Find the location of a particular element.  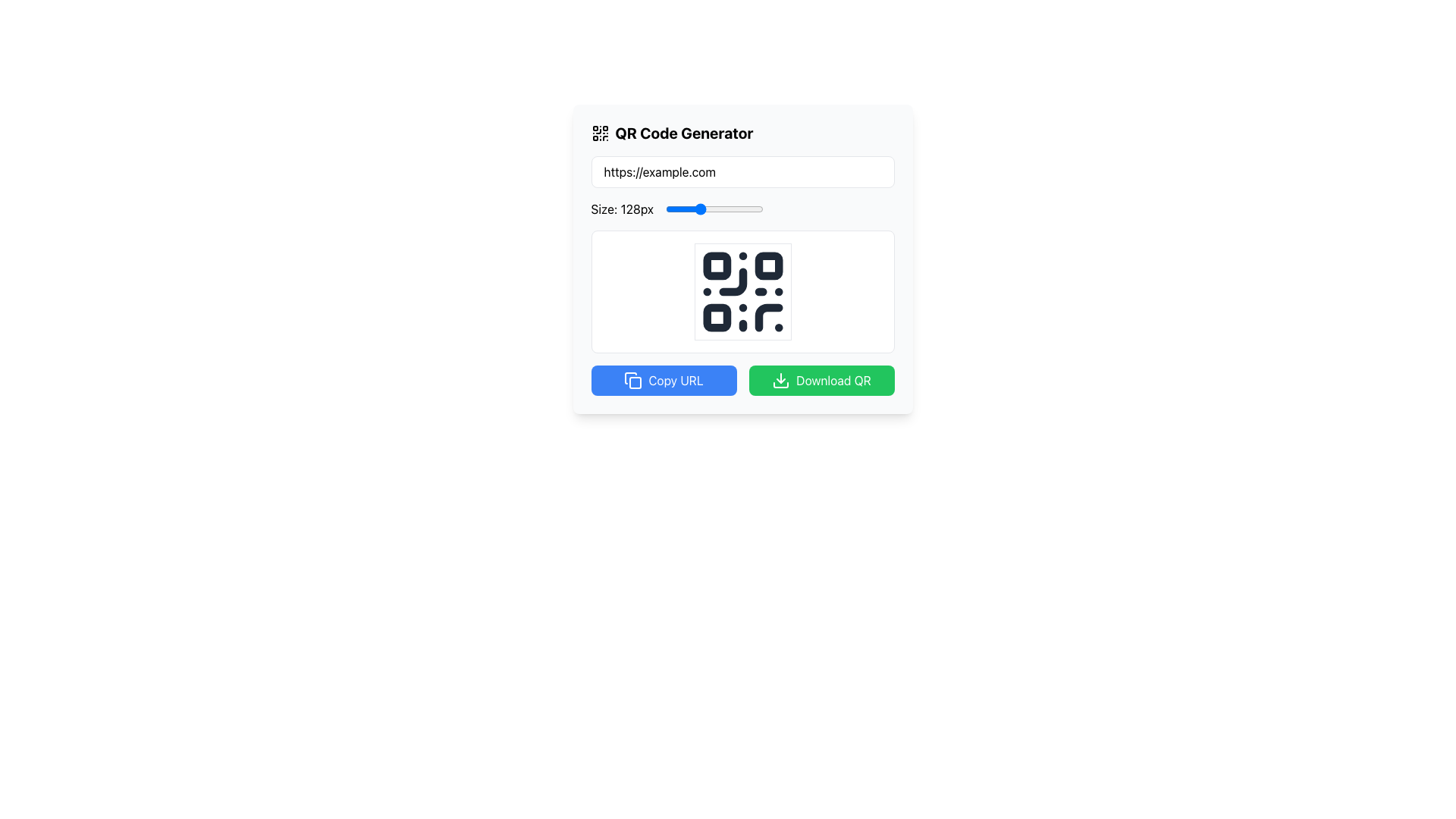

the QR code size is located at coordinates (741, 209).